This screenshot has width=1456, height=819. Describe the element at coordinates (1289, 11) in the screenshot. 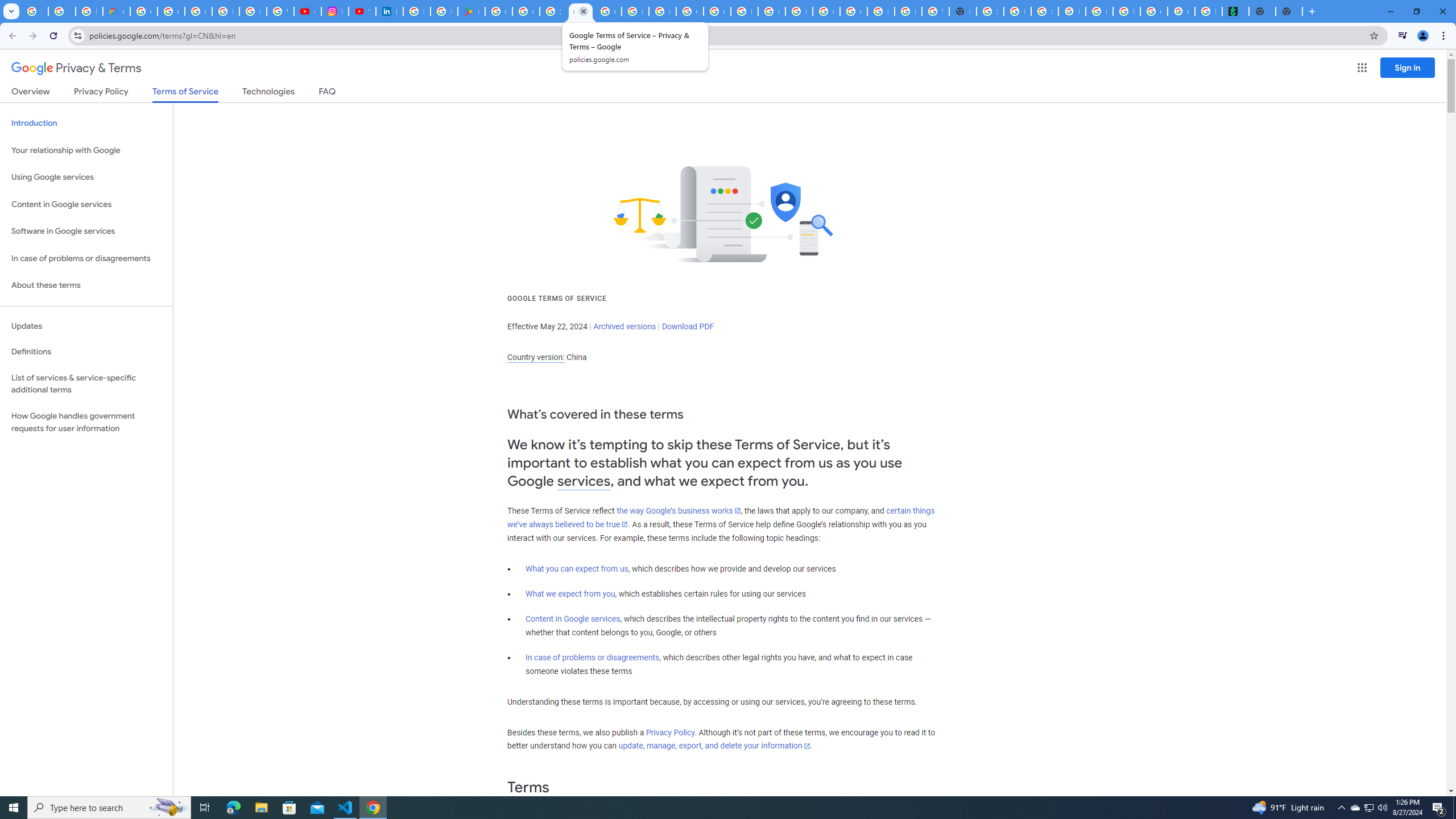

I see `'New Tab'` at that location.